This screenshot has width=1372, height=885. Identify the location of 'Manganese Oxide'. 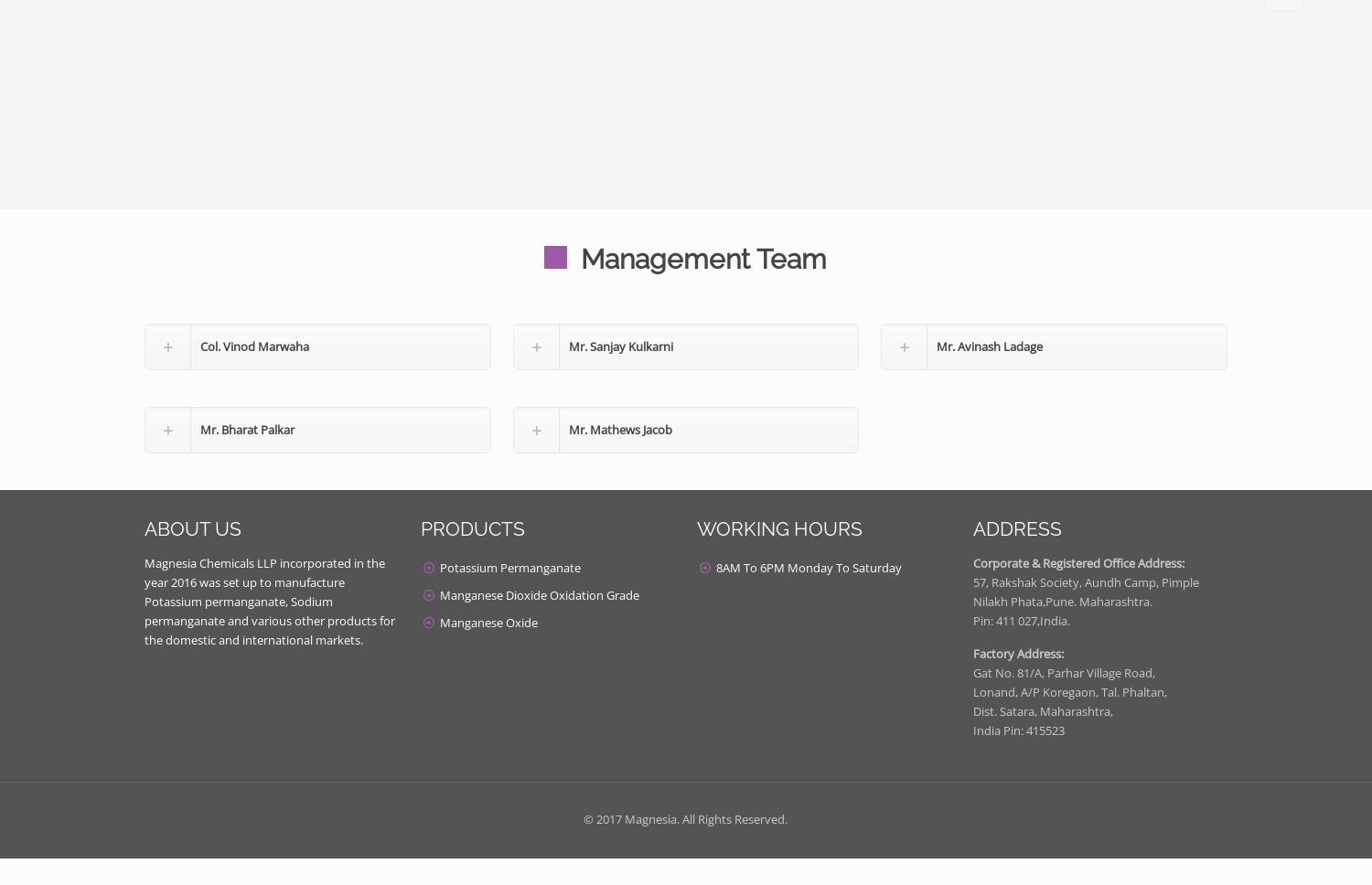
(488, 622).